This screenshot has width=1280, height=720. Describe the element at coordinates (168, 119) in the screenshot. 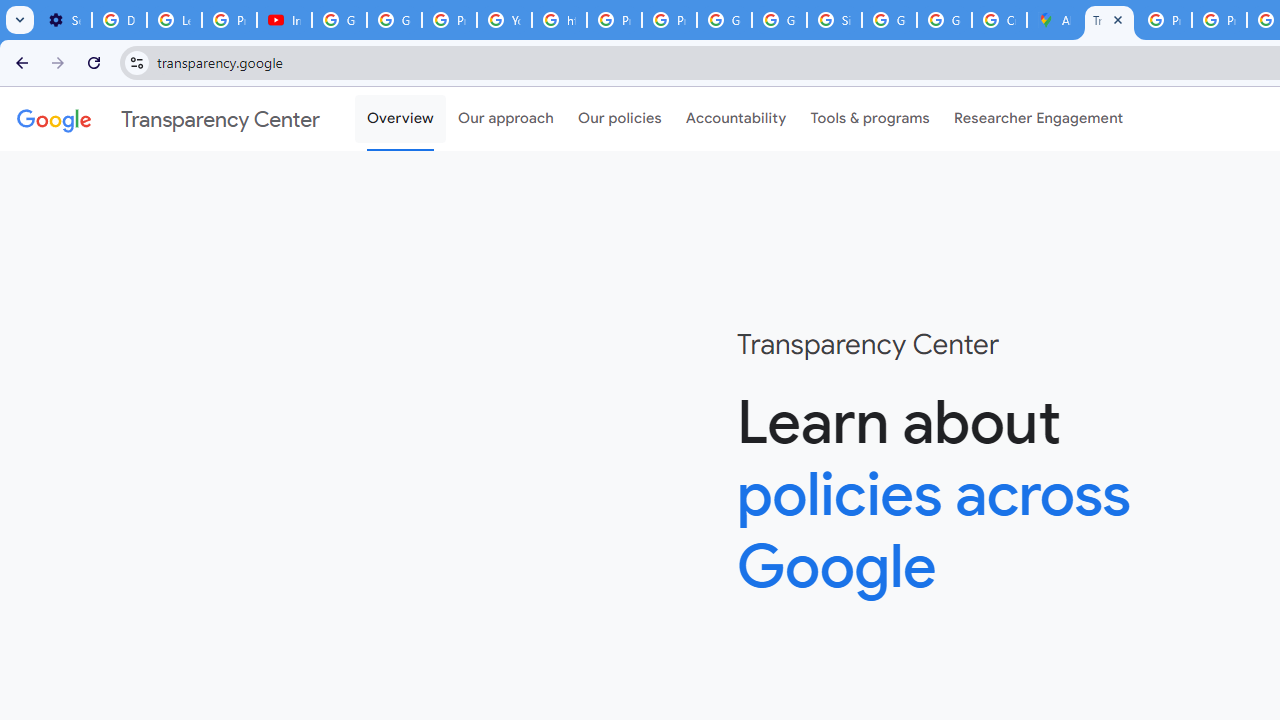

I see `'Transparency Center'` at that location.